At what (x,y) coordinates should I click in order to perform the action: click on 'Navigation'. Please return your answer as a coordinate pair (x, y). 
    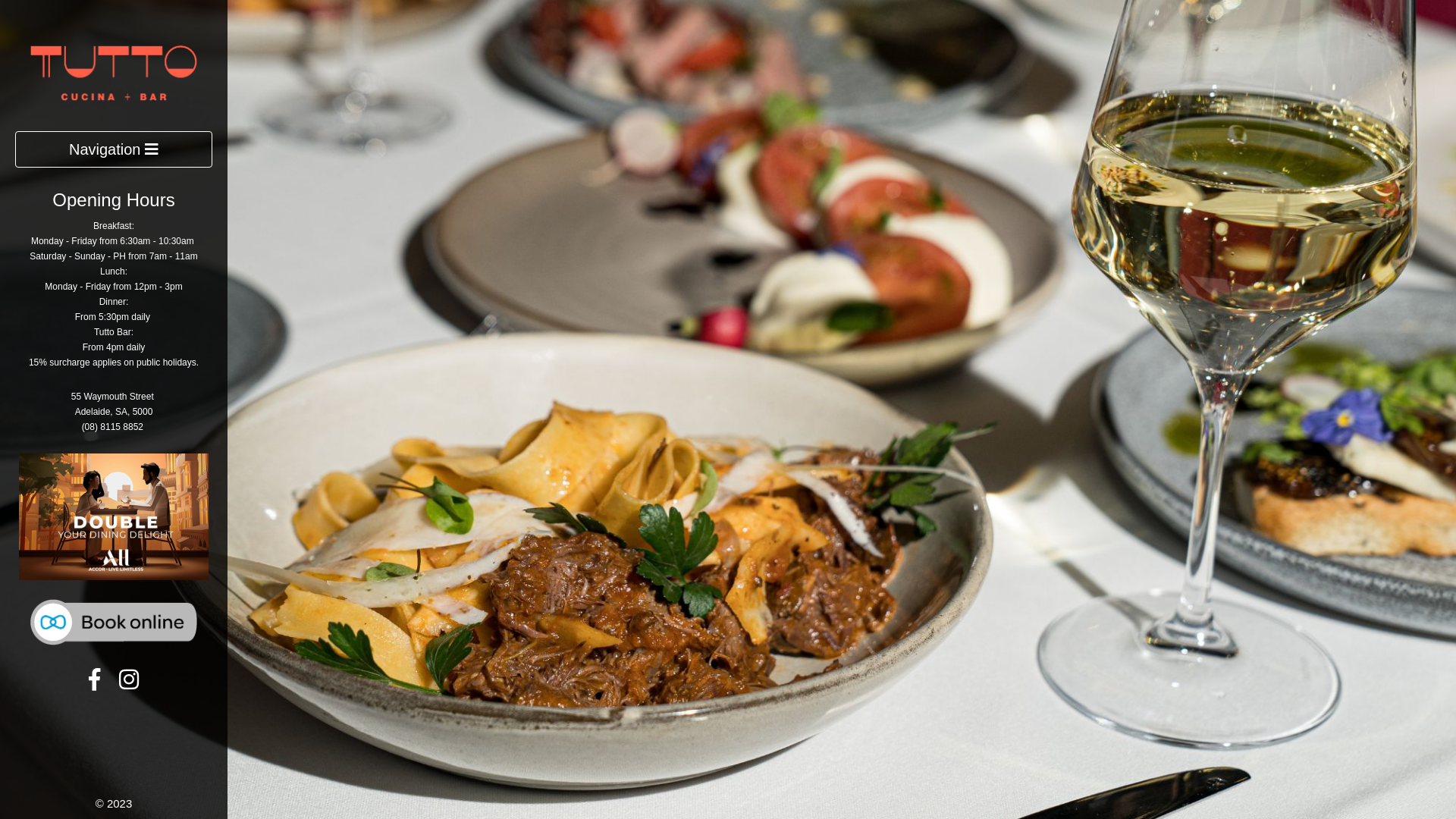
    Looking at the image, I should click on (14, 149).